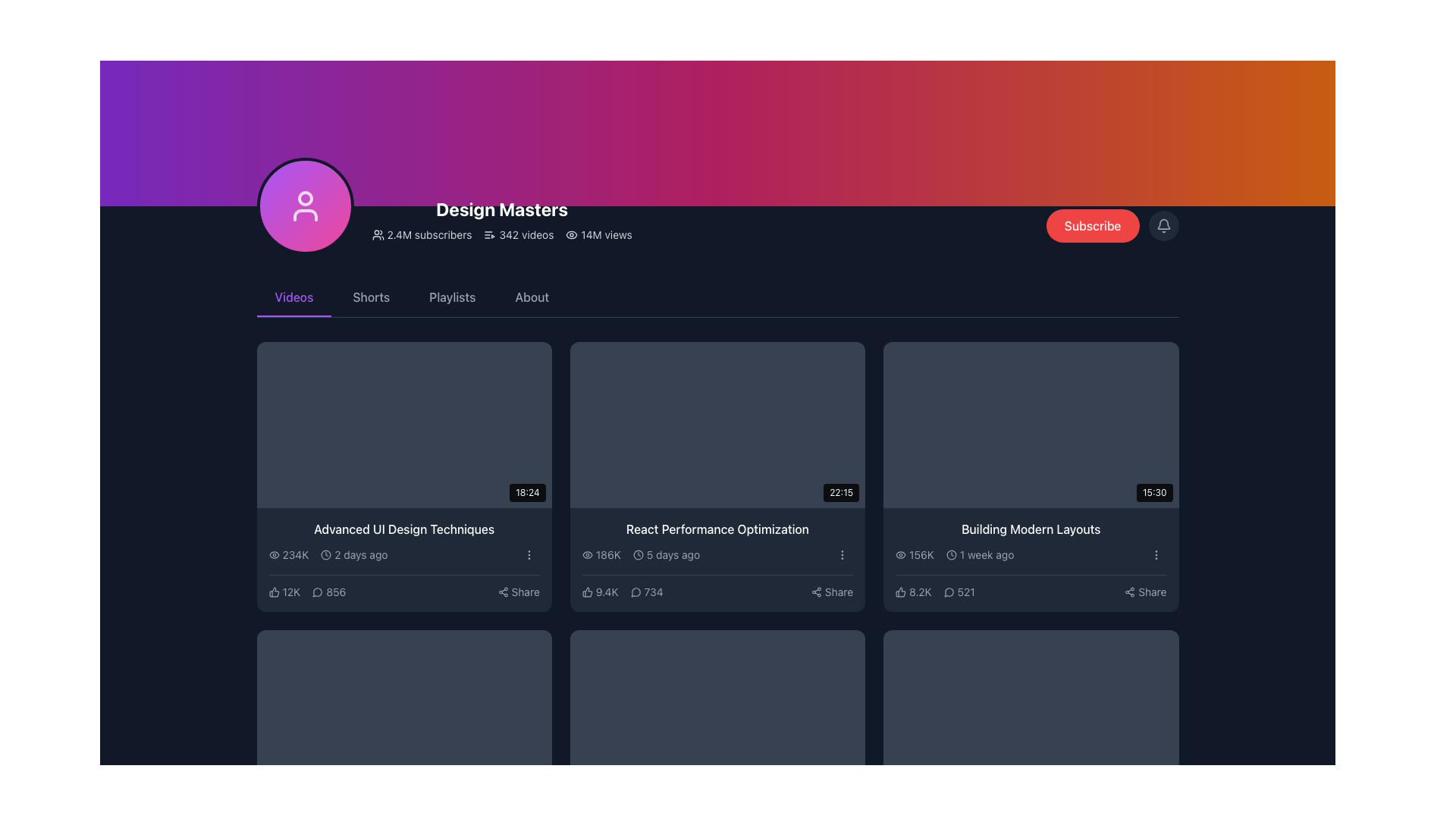  Describe the element at coordinates (717, 529) in the screenshot. I see `the Text label that acts as a header or title for the associated video content located in the second content card of the first row under the 'Videos' section` at that location.